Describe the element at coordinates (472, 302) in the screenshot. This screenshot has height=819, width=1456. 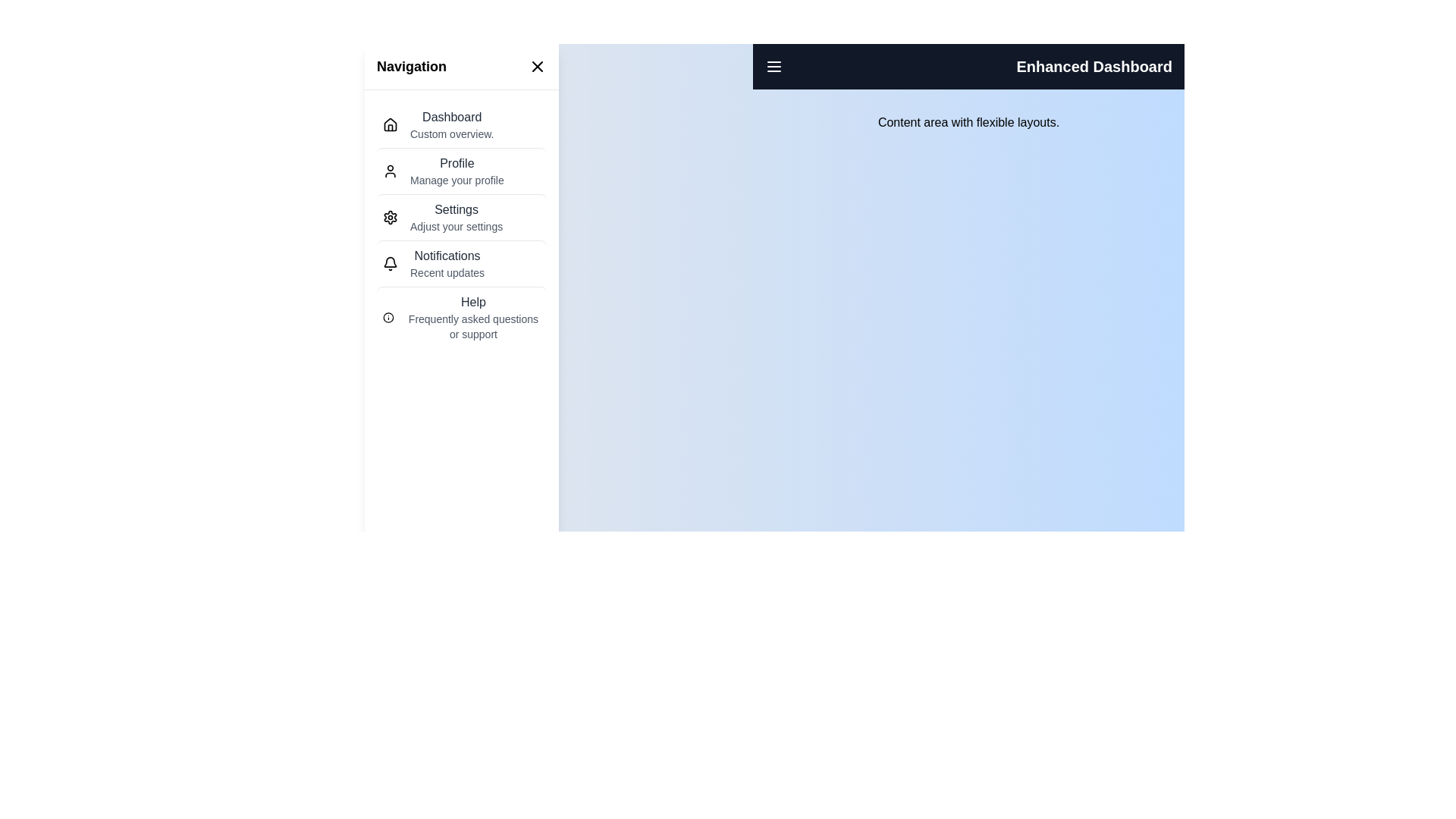
I see `'Help' text label located in the left navigation panel, styled with medium font weight and gray color, positioned above the 'Frequently asked questions or support' text` at that location.